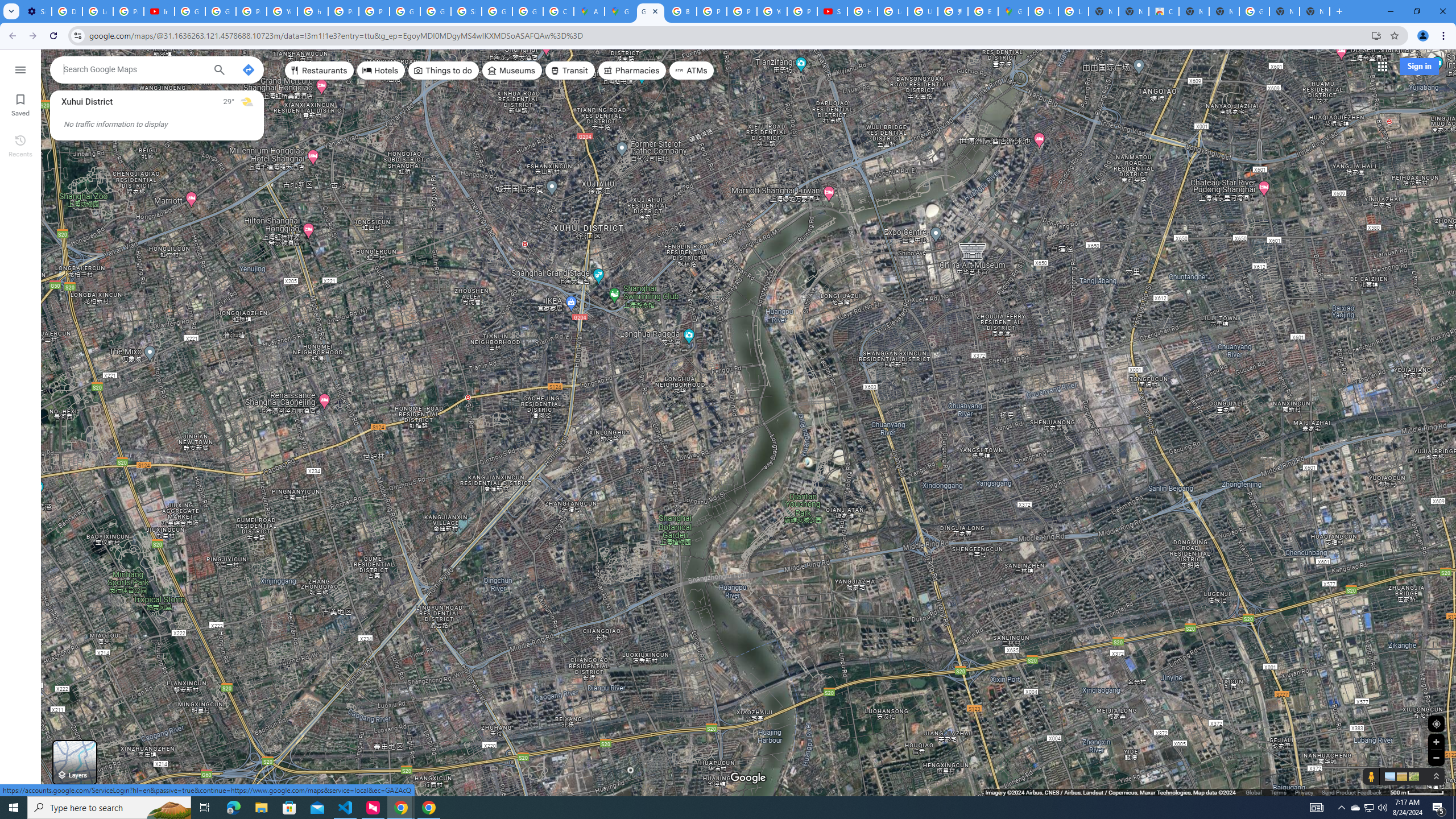 The height and width of the screenshot is (819, 1456). I want to click on 'YouTube', so click(771, 11).